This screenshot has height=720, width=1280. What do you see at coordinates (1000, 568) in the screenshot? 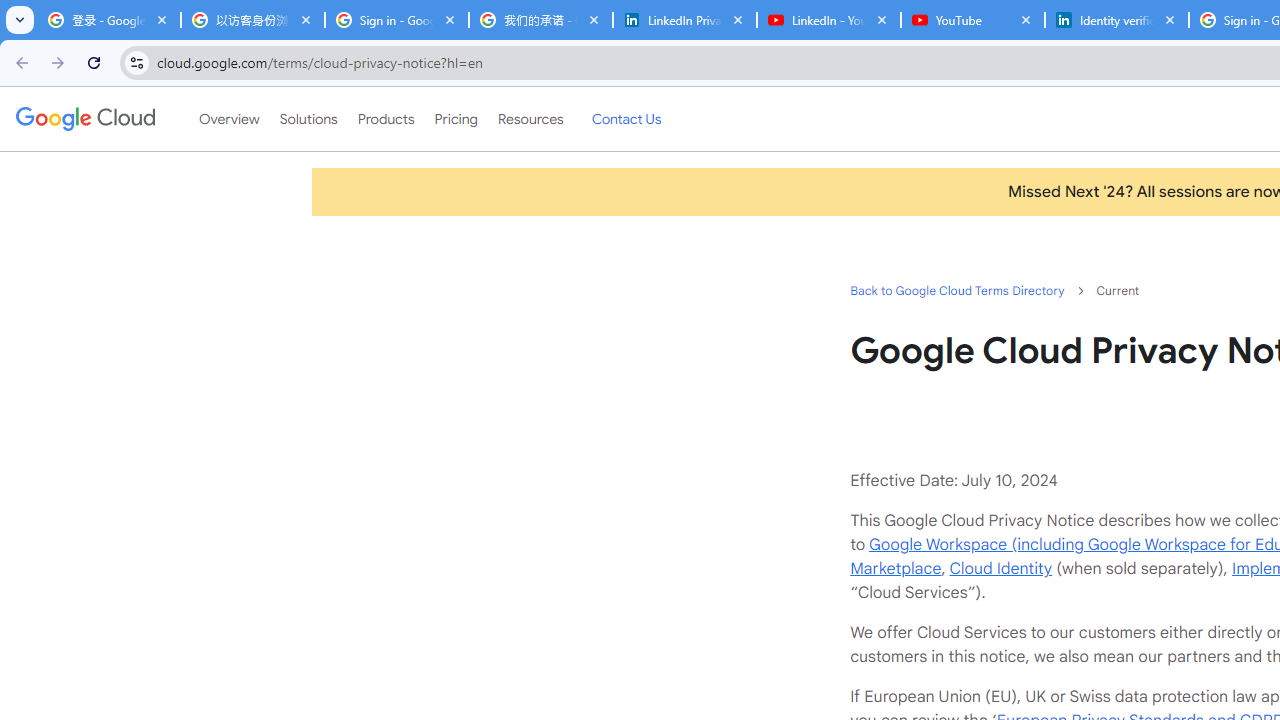
I see `'Cloud Identity'` at bounding box center [1000, 568].